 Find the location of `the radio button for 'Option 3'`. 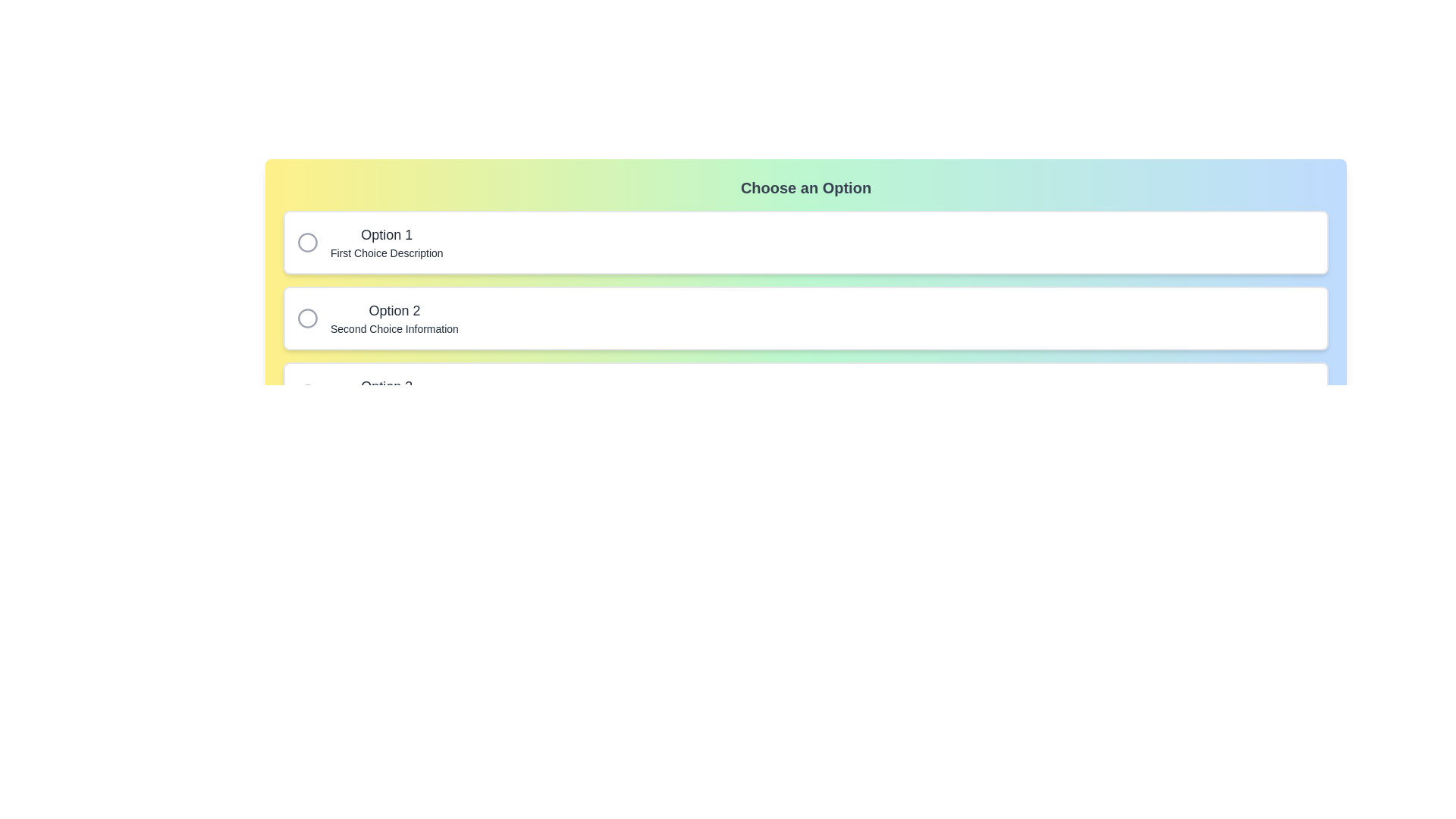

the radio button for 'Option 3' is located at coordinates (307, 394).